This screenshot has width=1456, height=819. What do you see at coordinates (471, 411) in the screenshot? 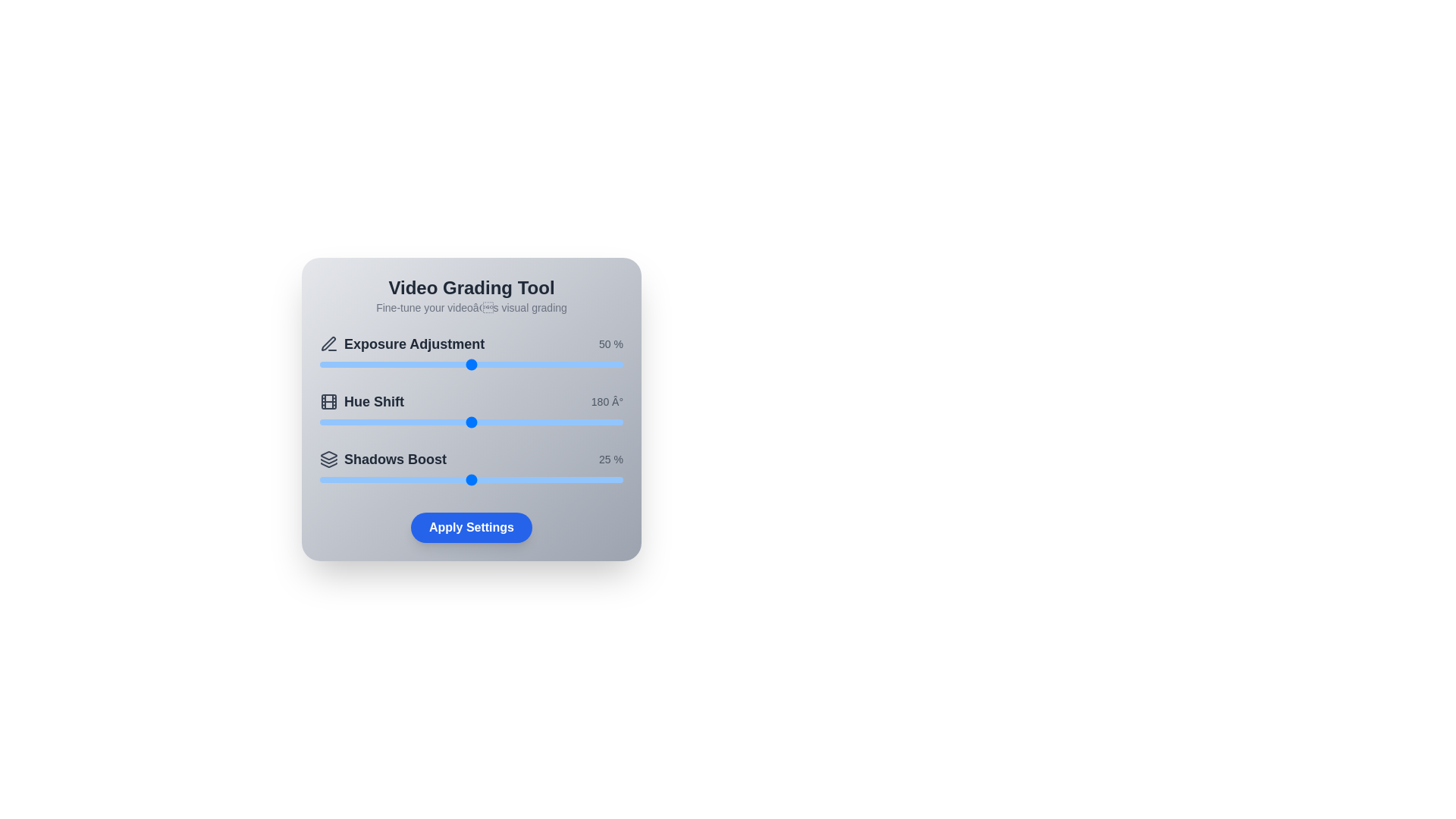
I see `middle label and value of the grouped interactive sliders for 'Exposure Adjustment', 'Hue Shift', and 'Shadows Boost' located in the 'Video Grading Tool' section` at bounding box center [471, 411].